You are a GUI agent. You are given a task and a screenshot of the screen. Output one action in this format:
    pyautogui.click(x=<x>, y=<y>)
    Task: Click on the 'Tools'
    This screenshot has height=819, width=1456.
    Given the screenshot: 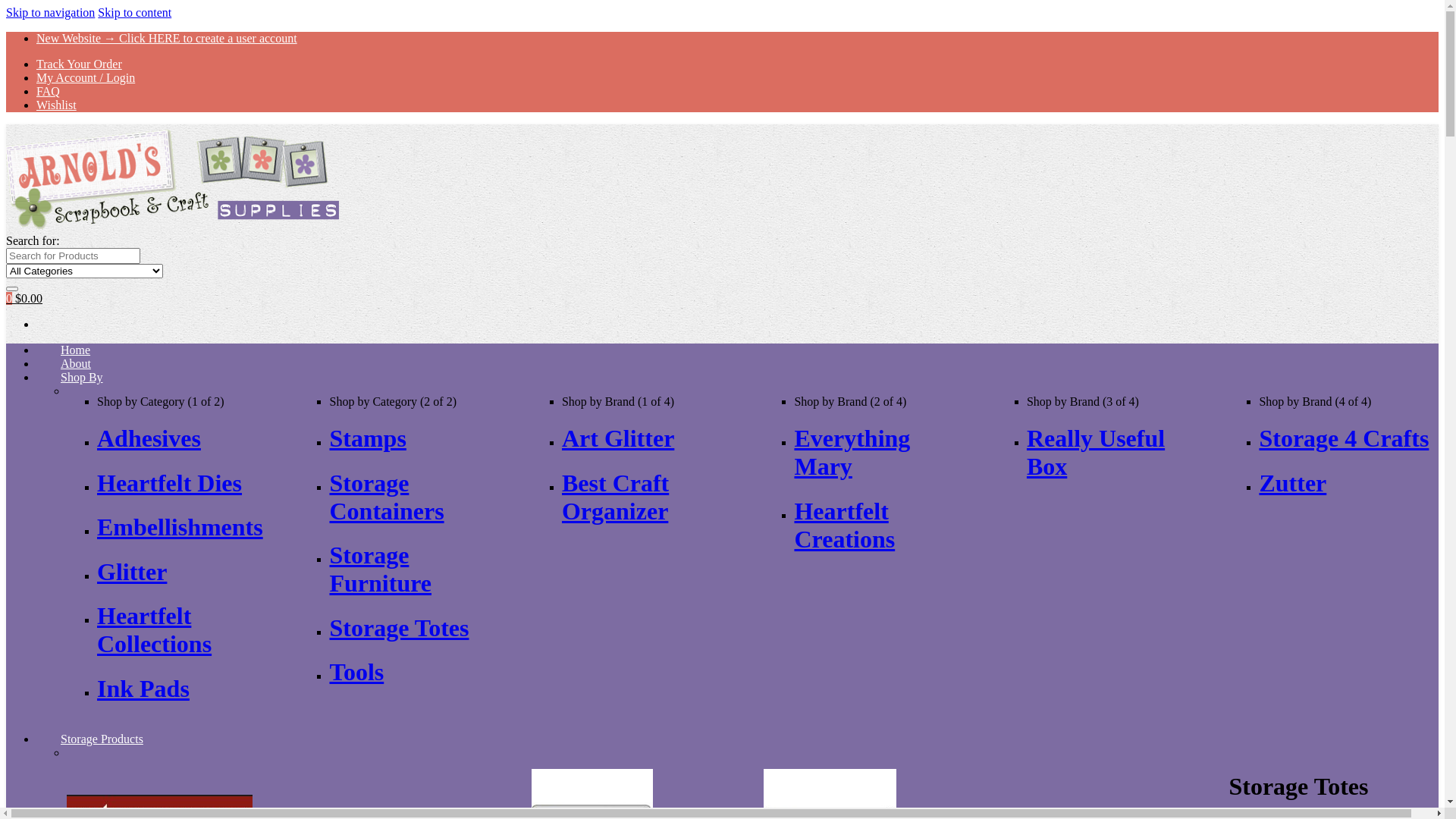 What is the action you would take?
    pyautogui.click(x=356, y=671)
    